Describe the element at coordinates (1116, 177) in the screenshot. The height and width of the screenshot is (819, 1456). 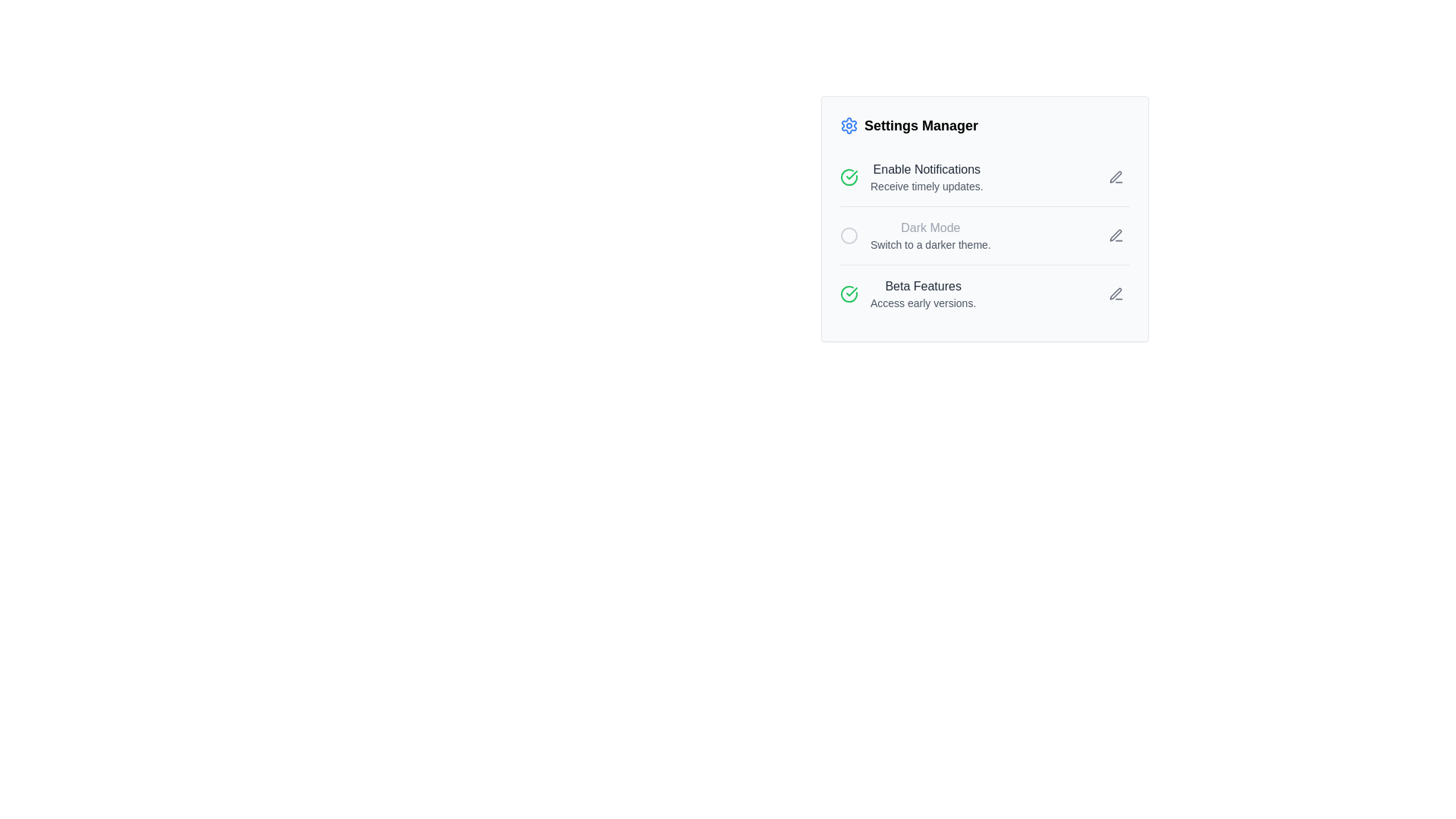
I see `the editing button for the 'Enable Notifications' option located at the far right side of the 'Settings Manager' interface` at that location.